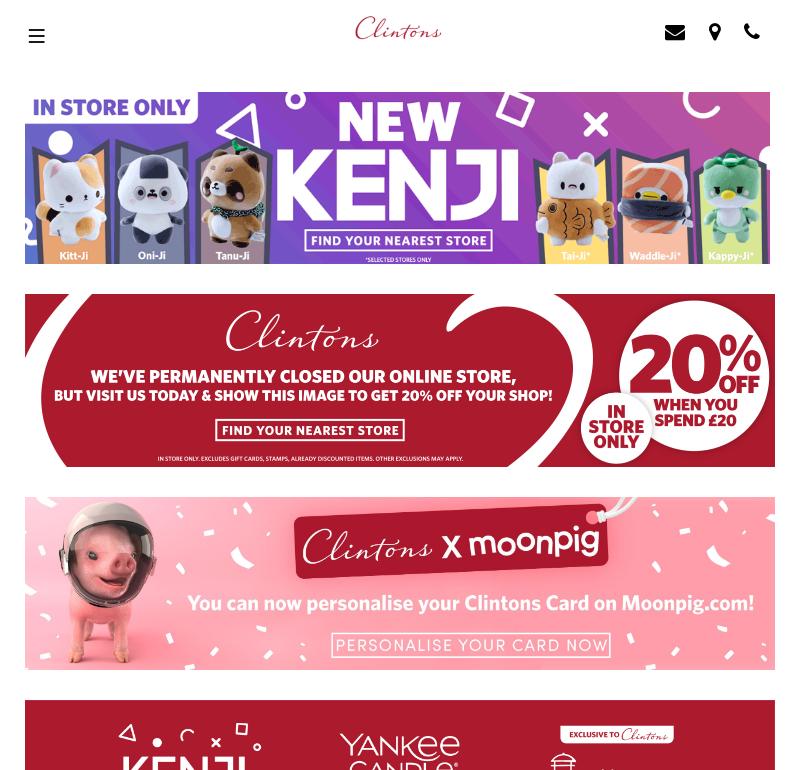  What do you see at coordinates (25, 593) in the screenshot?
I see `'Contact Us'` at bounding box center [25, 593].